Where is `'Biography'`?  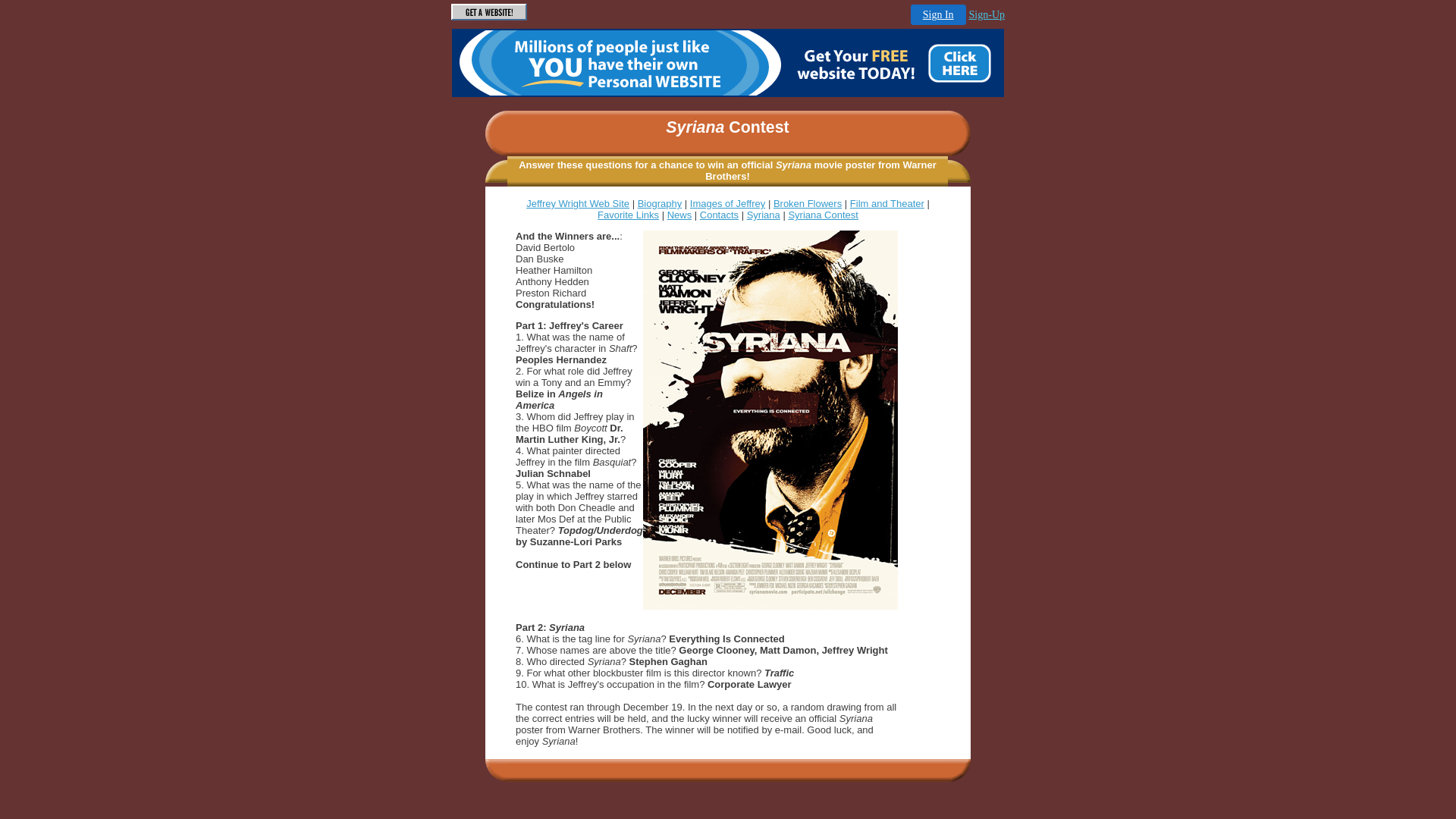 'Biography' is located at coordinates (660, 202).